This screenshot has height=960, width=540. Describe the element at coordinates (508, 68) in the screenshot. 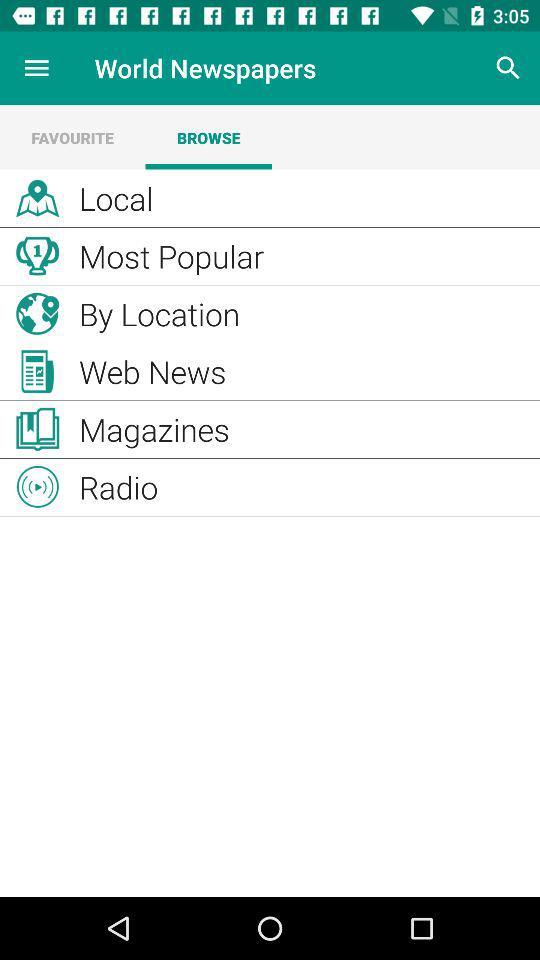

I see `app next to the world newspapers app` at that location.